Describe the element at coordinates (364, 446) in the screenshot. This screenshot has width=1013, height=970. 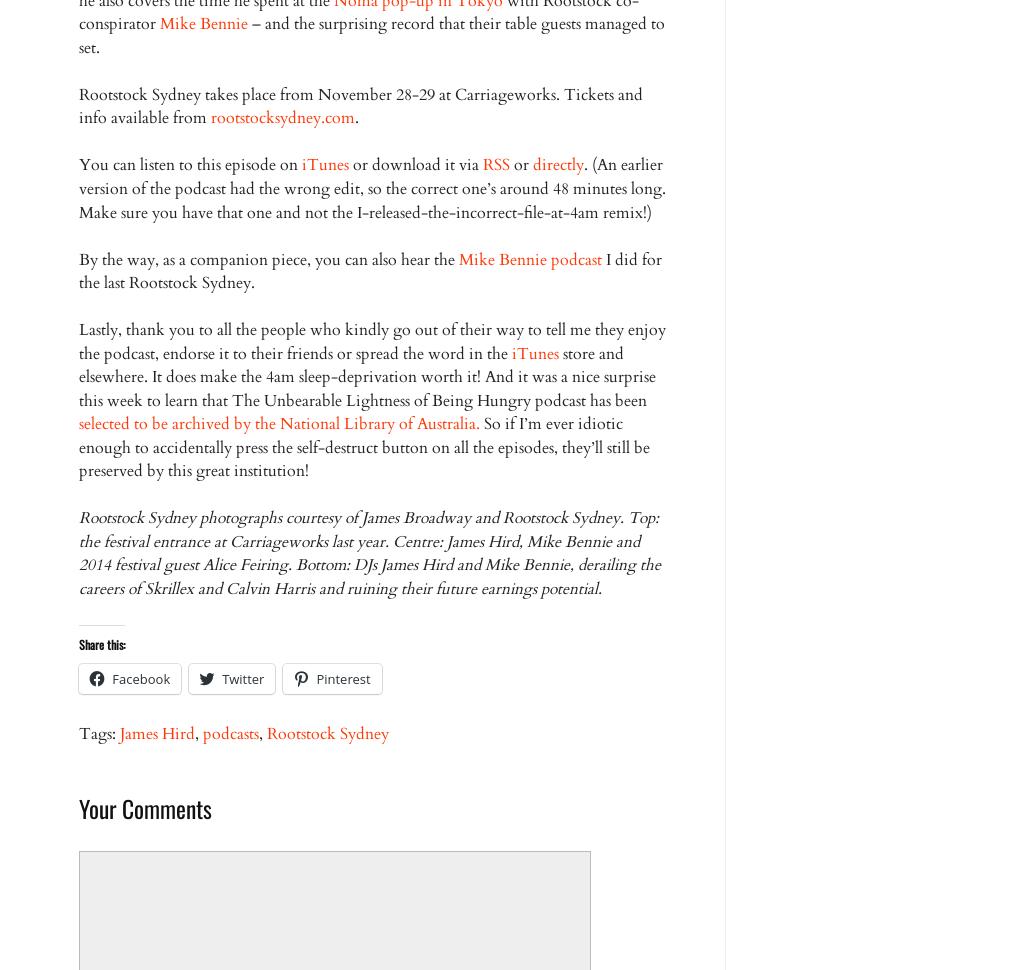
I see `'So if I’m ever idiotic enough to accidentally press the self-destruct button on all the episodes, they’ll still be preserved by this great institution!'` at that location.